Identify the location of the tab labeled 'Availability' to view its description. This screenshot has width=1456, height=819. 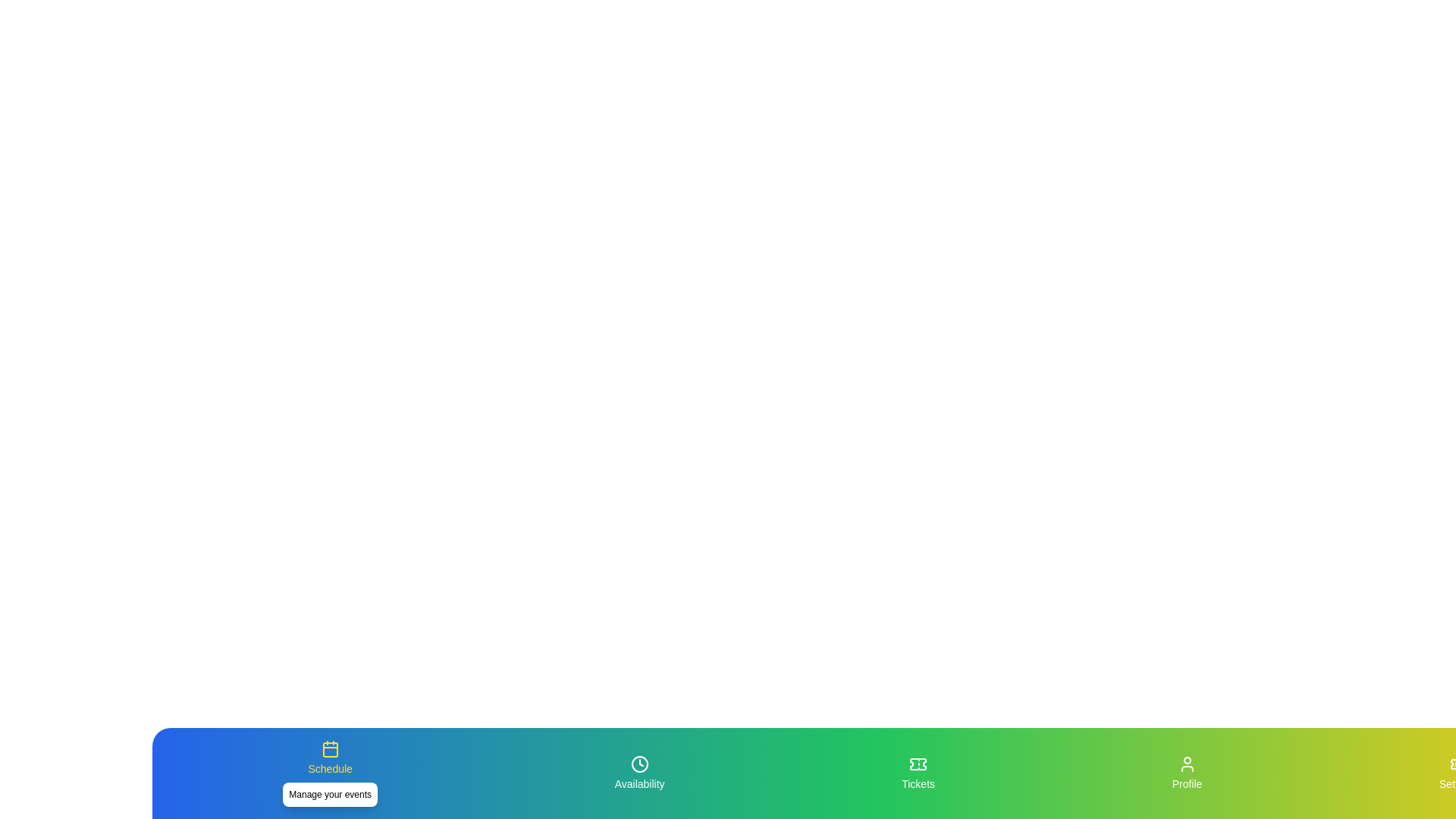
(639, 773).